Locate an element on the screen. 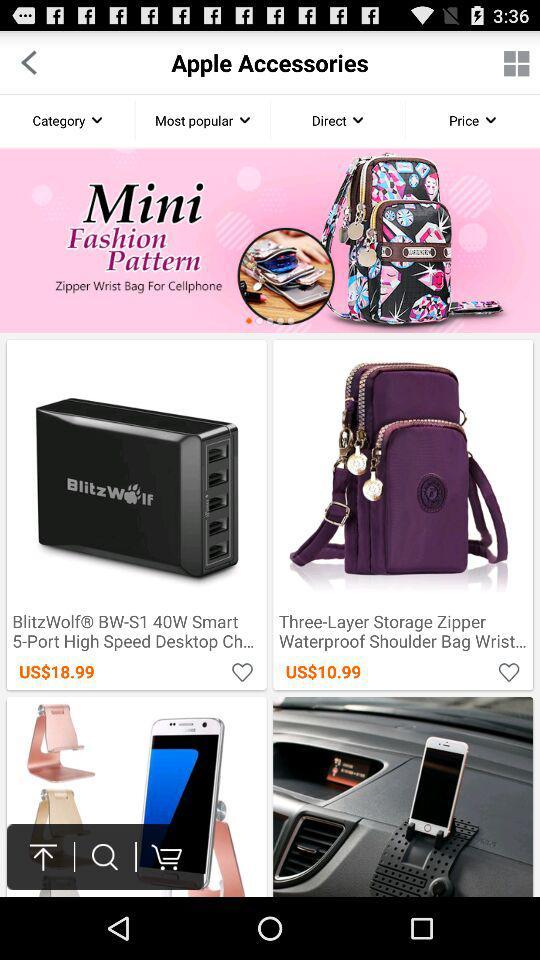  the arrow_backward icon is located at coordinates (27, 67).